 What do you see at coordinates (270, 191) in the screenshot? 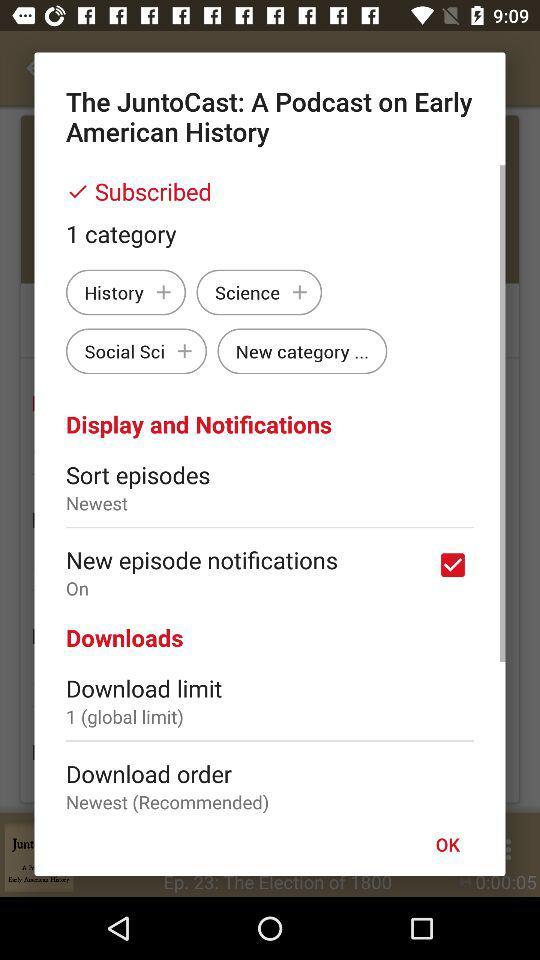
I see `item above the 1 category item` at bounding box center [270, 191].